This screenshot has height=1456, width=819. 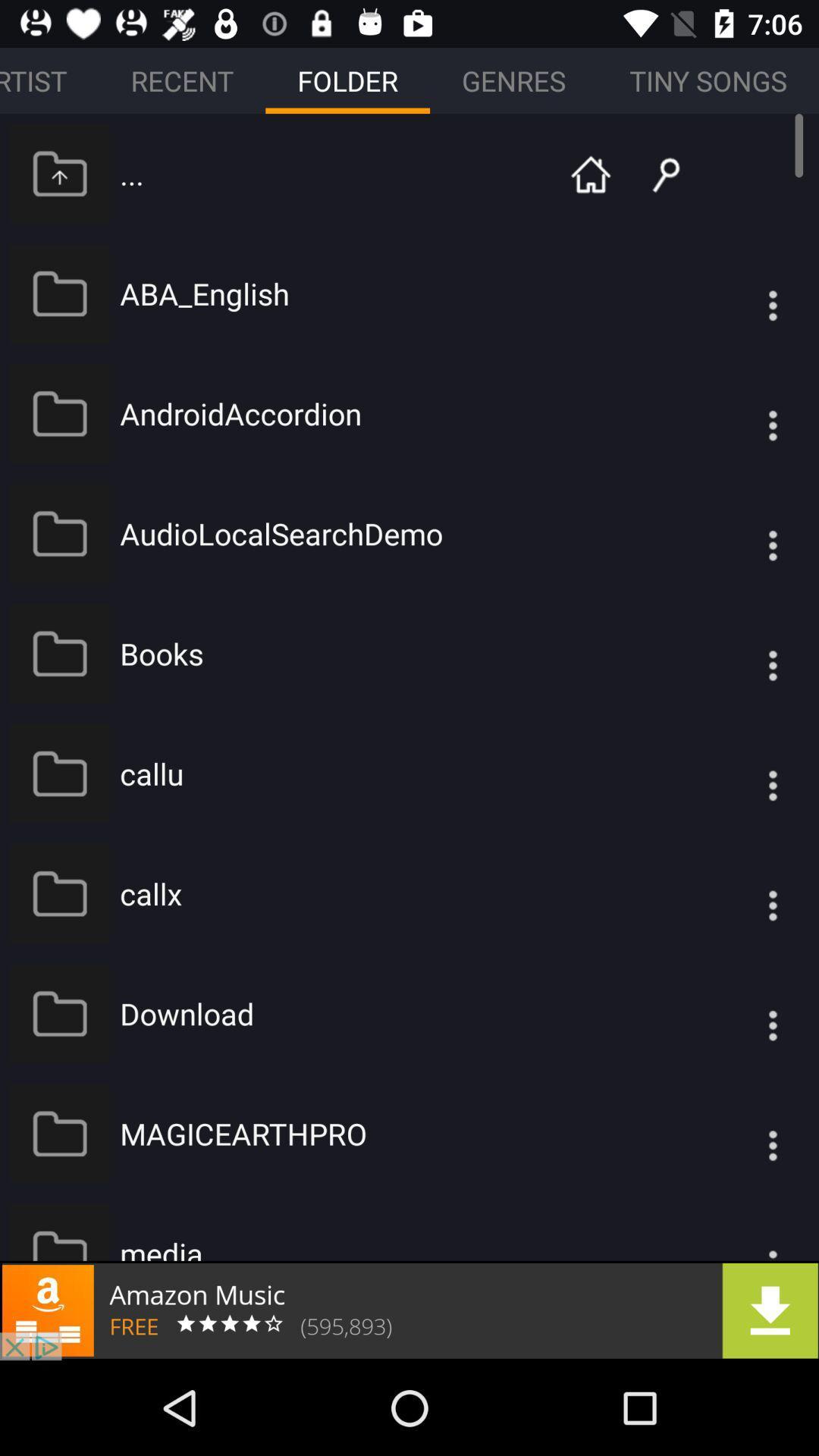 I want to click on search, so click(x=654, y=173).